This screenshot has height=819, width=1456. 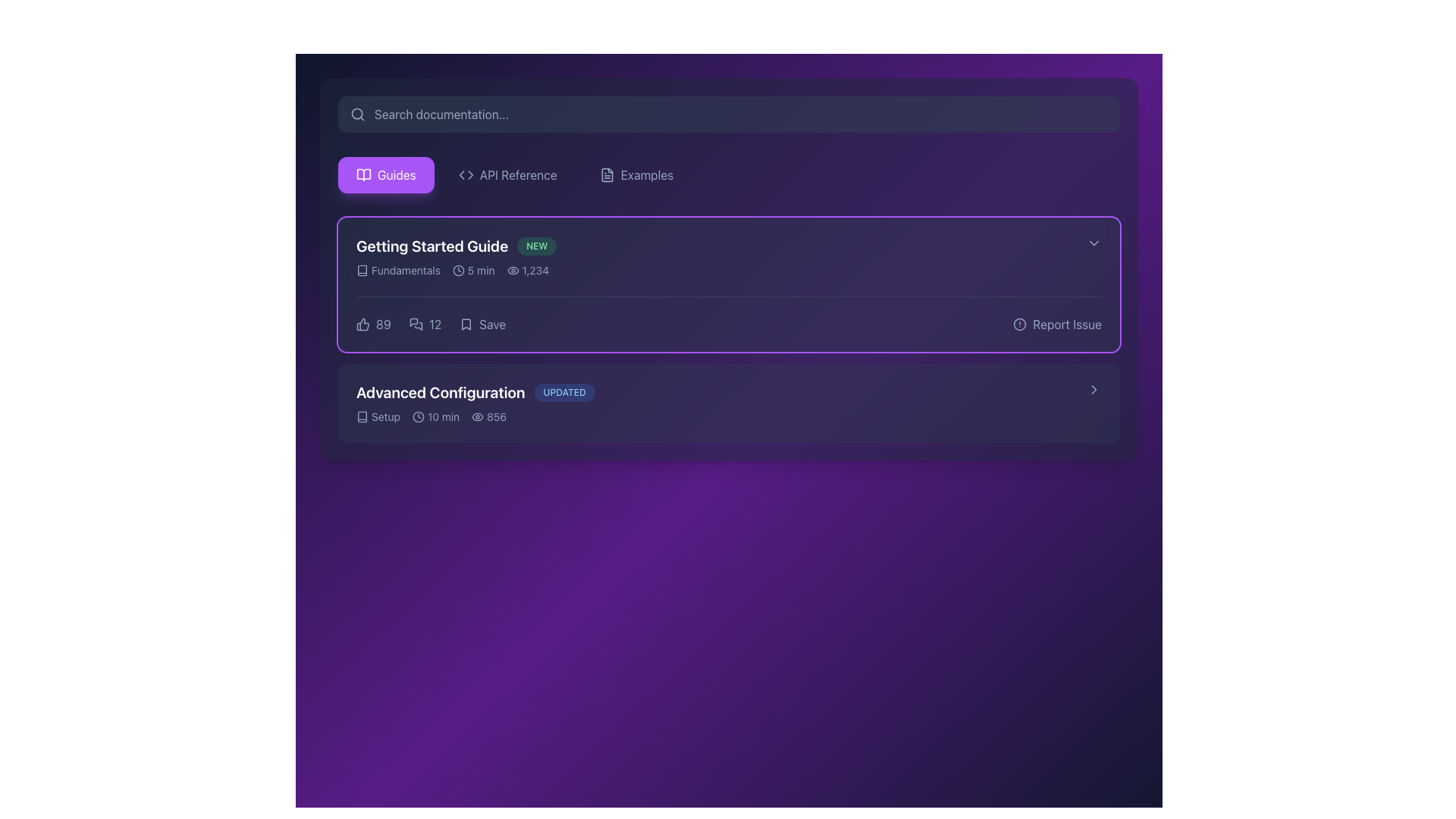 I want to click on the eye-shaped SVG element located to the right of the 'Getting Started Guide' list item, so click(x=513, y=270).